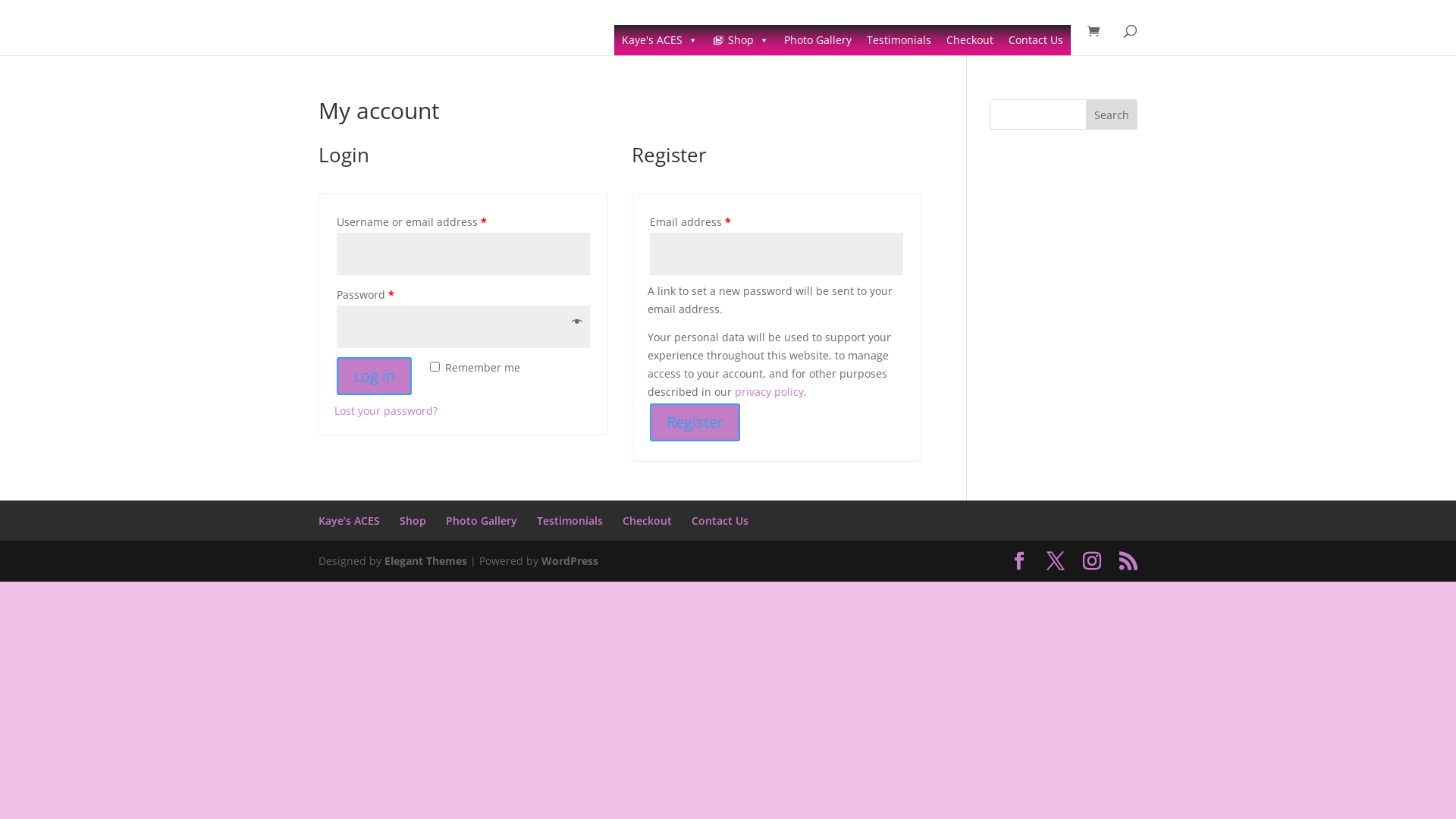 Image resolution: width=1456 pixels, height=819 pixels. Describe the element at coordinates (480, 519) in the screenshot. I see `'Photo Gallery'` at that location.